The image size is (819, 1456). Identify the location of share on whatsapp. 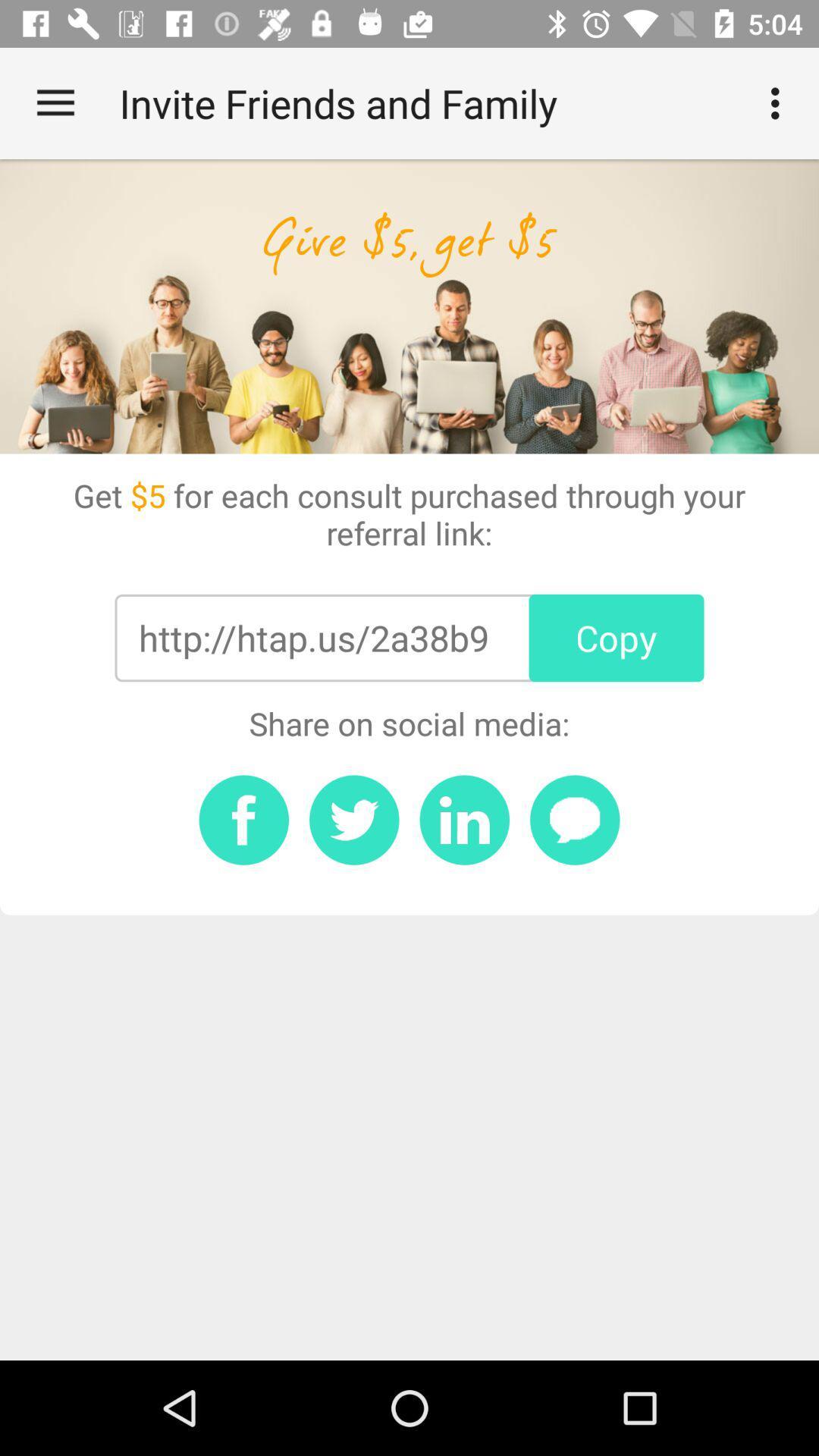
(575, 819).